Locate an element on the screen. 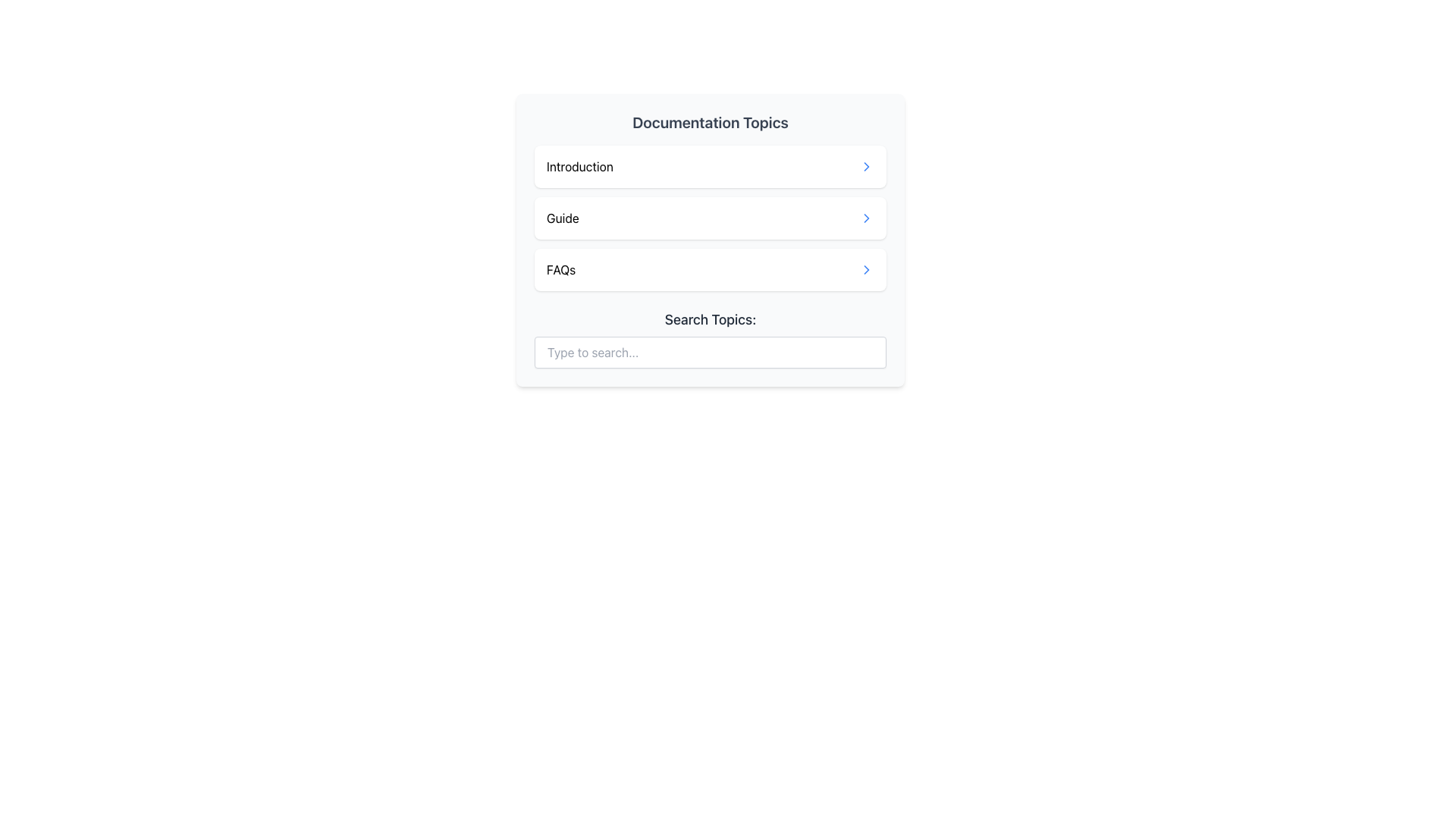 The width and height of the screenshot is (1456, 819). the 'Guide' text element in the 'Documentation Topics' list, which is located below 'Introduction' and above 'FAQs' is located at coordinates (562, 218).